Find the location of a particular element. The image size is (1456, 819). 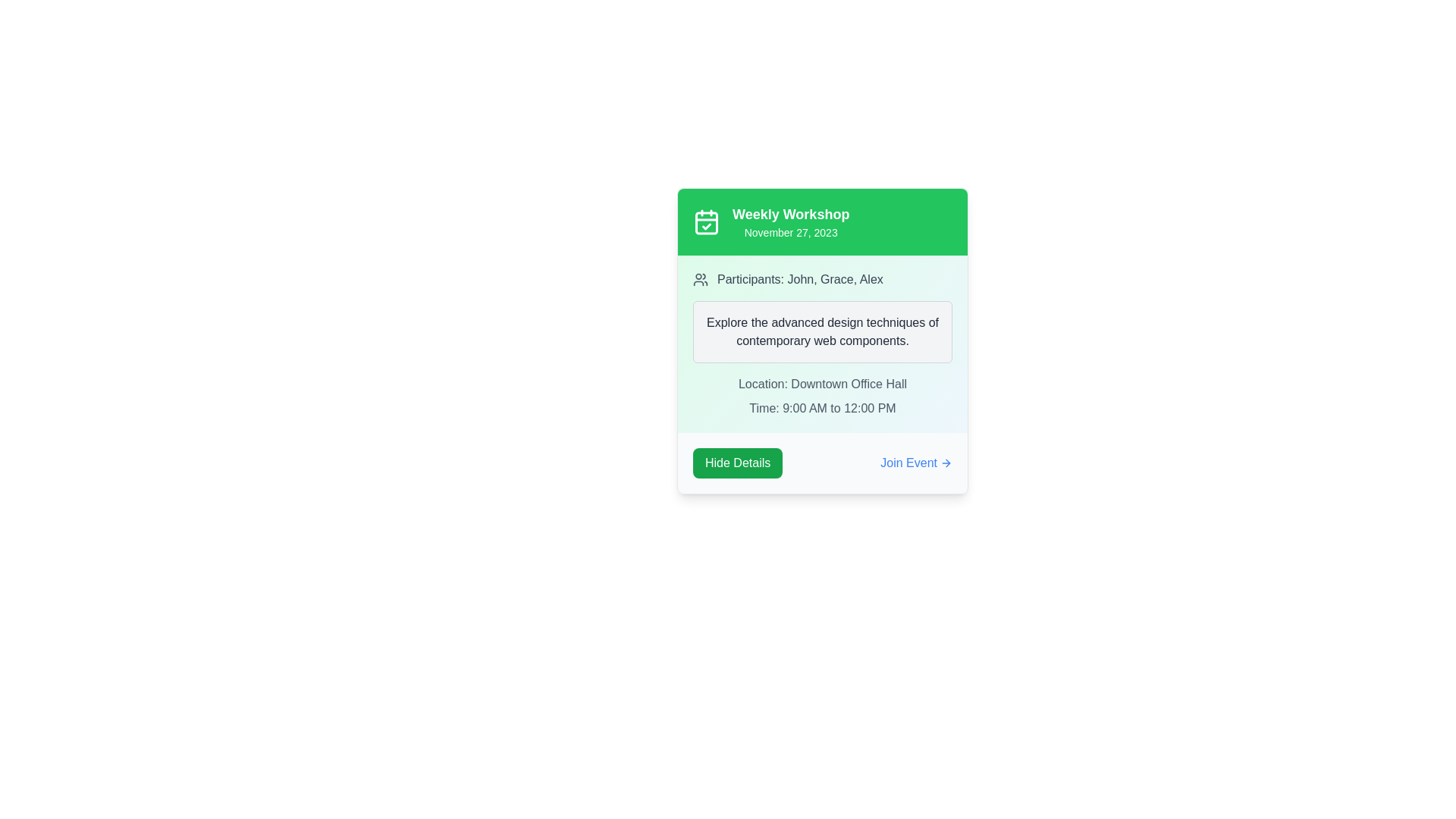

the 'Weekly Workshop' text label, which is prominently displayed in a bold, large font with a green background, located in the upper-left section of the green header block is located at coordinates (790, 214).